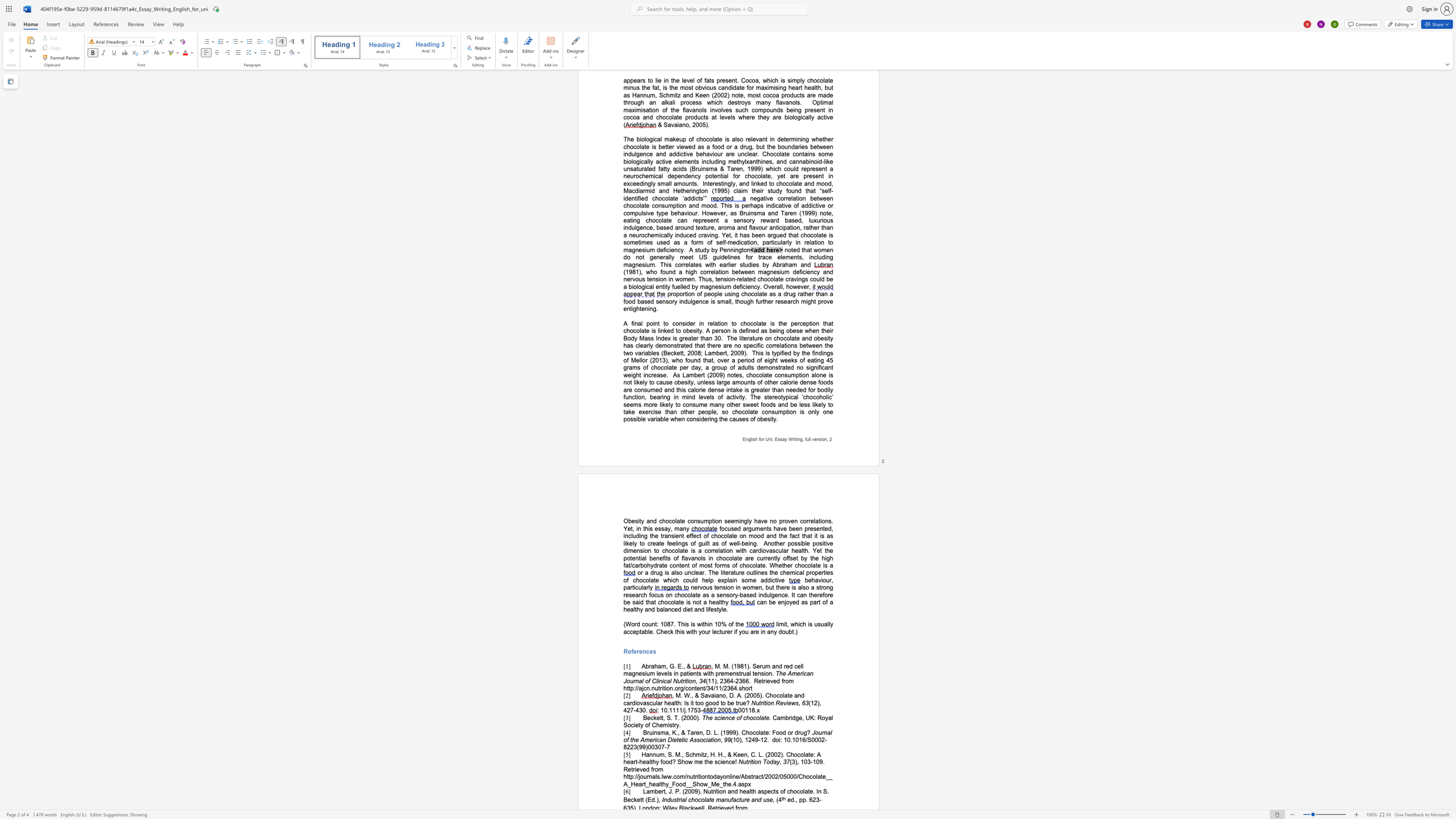  Describe the element at coordinates (674, 800) in the screenshot. I see `the subset text "str" within the text "Industrial chocolate manufacture and use,"` at that location.